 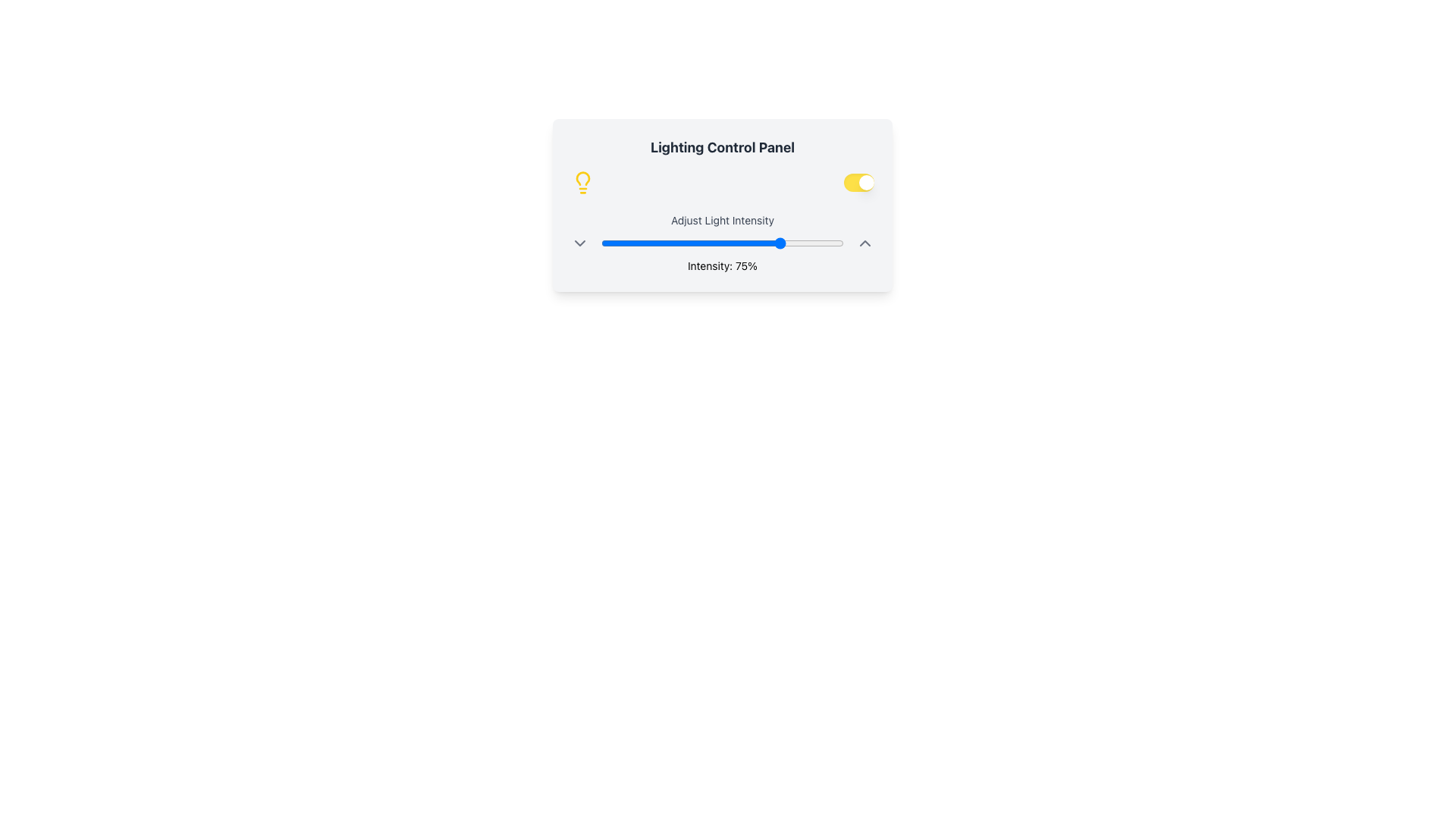 I want to click on light intensity, so click(x=816, y=242).